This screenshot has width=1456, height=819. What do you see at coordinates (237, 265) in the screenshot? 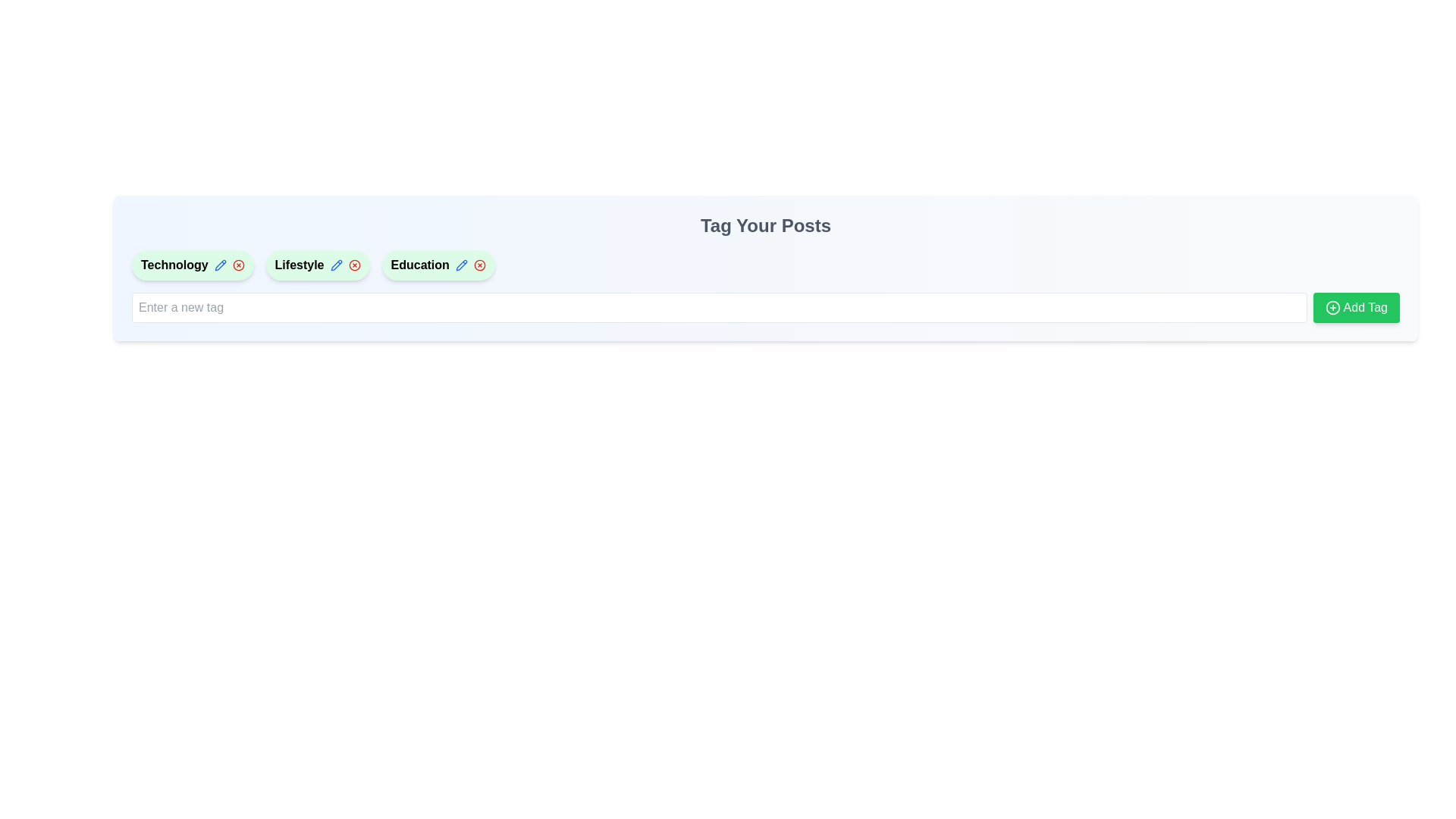
I see `the delete Icon button located on the right side of the 'Technology' tag` at bounding box center [237, 265].